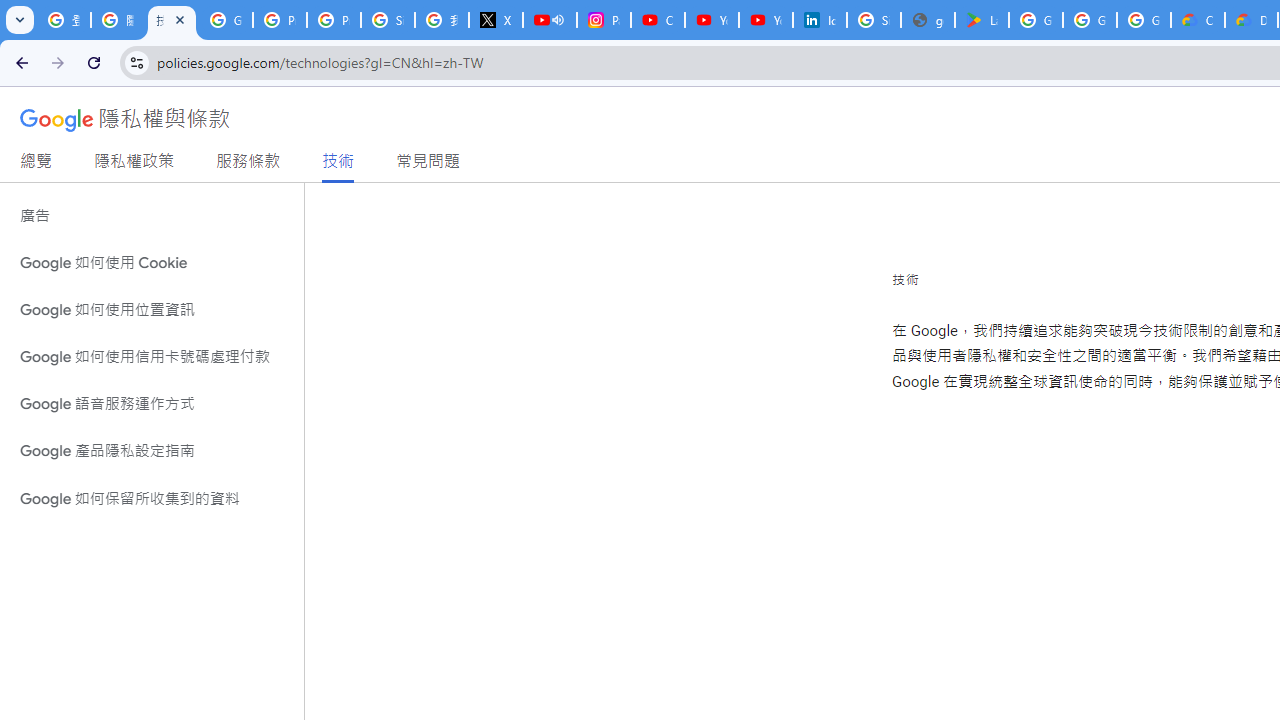 The height and width of the screenshot is (720, 1280). I want to click on 'Google Workspace - Specific Terms', so click(1088, 20).